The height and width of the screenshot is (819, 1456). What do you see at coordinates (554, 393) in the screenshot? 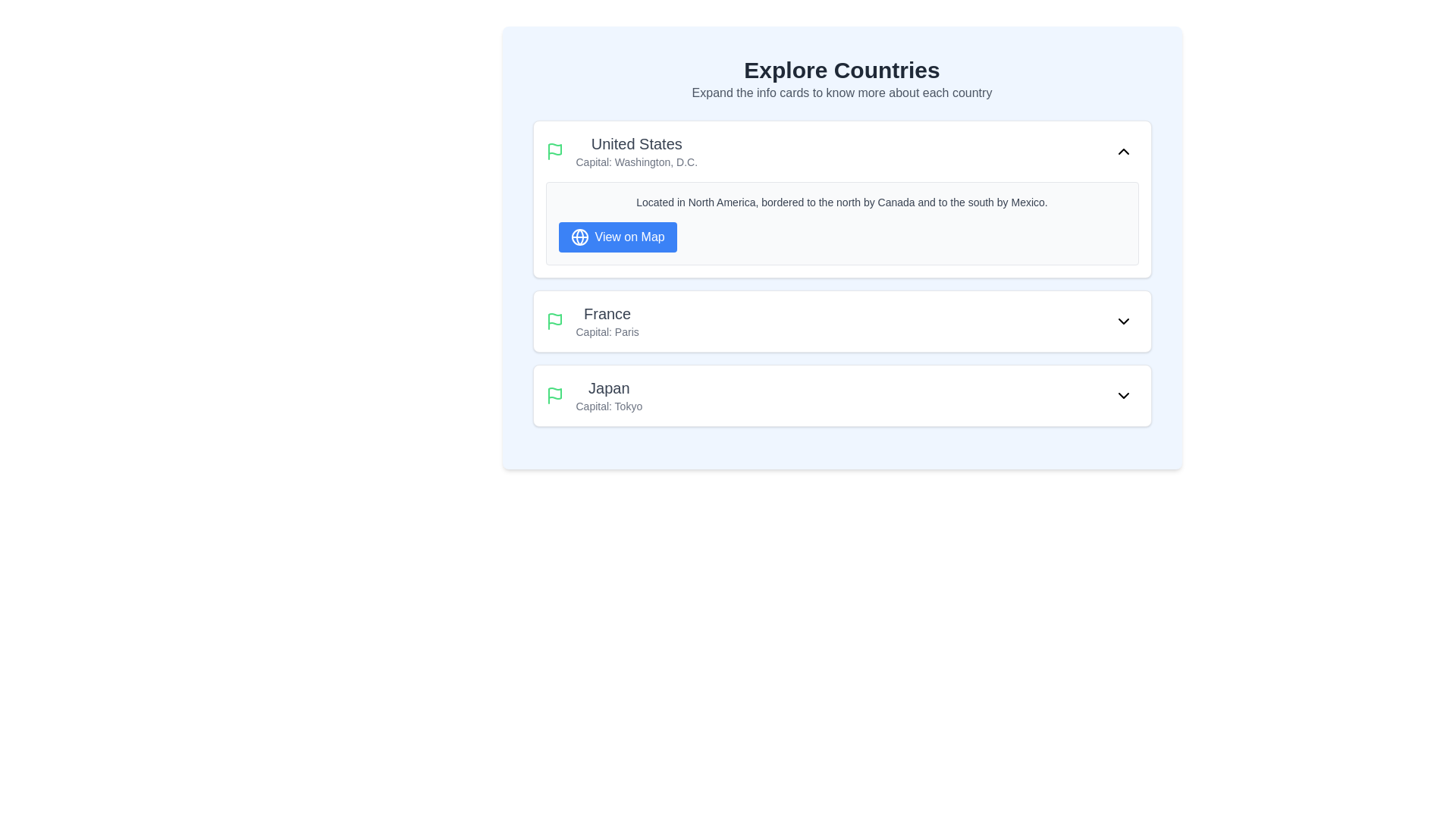
I see `the green waving flag icon representing the body of the flag for the 'Japan' list item in the SVG graphic` at bounding box center [554, 393].